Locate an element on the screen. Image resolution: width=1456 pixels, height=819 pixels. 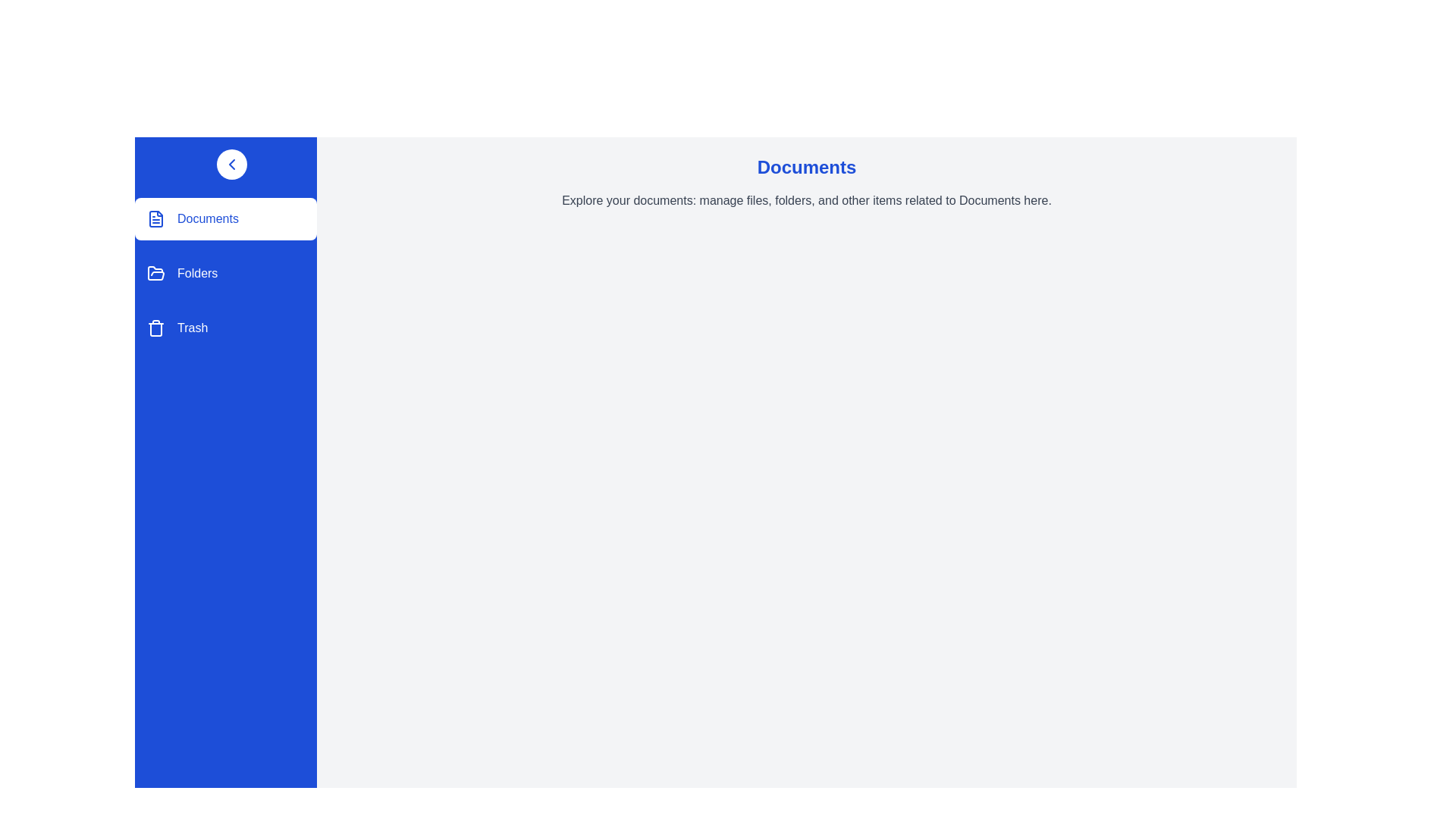
the Documents section from the menu is located at coordinates (224, 219).